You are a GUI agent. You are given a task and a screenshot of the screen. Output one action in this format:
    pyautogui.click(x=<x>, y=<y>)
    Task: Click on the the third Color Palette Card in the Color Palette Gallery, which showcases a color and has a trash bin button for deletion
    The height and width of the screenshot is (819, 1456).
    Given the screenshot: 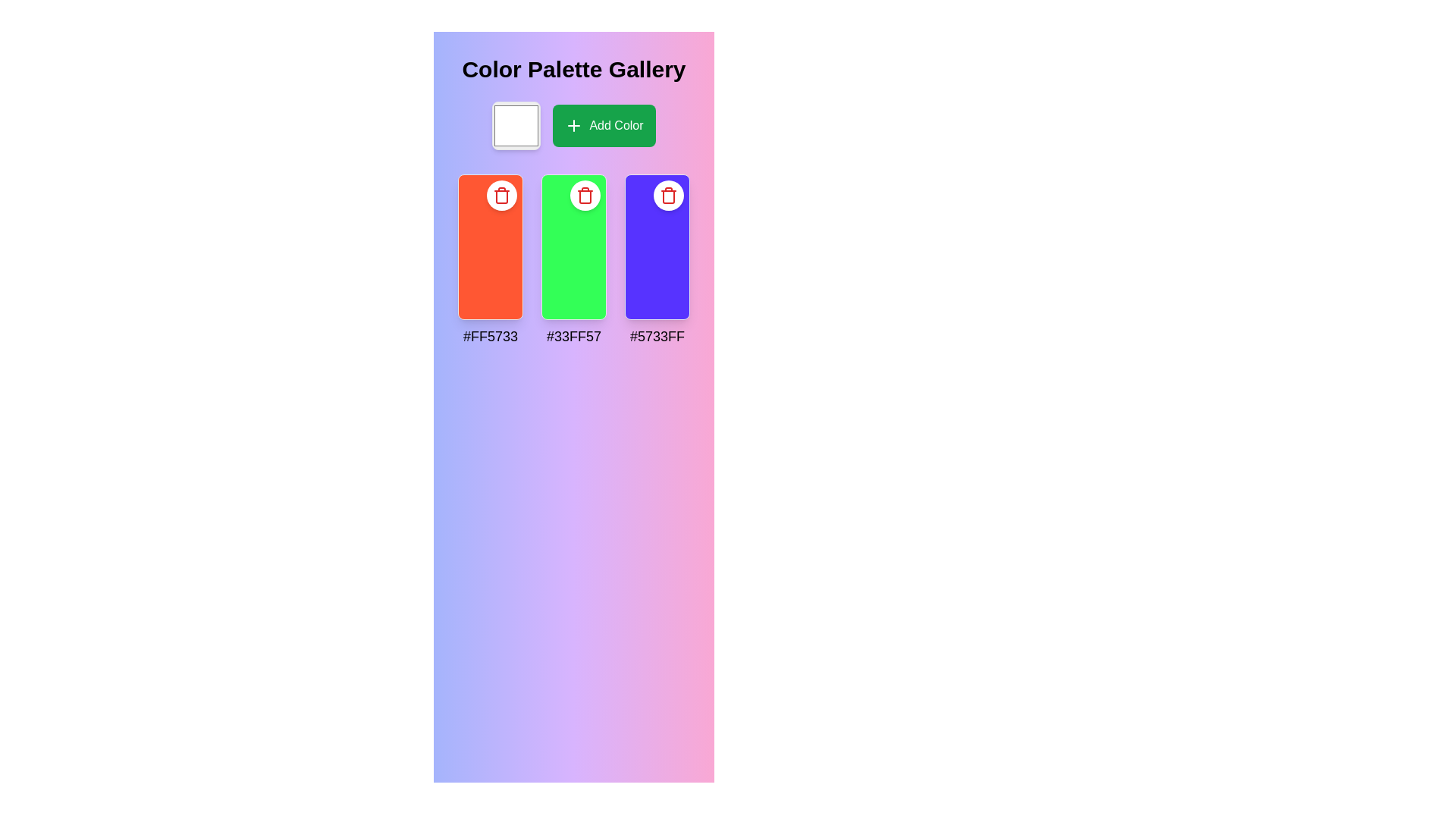 What is the action you would take?
    pyautogui.click(x=657, y=259)
    